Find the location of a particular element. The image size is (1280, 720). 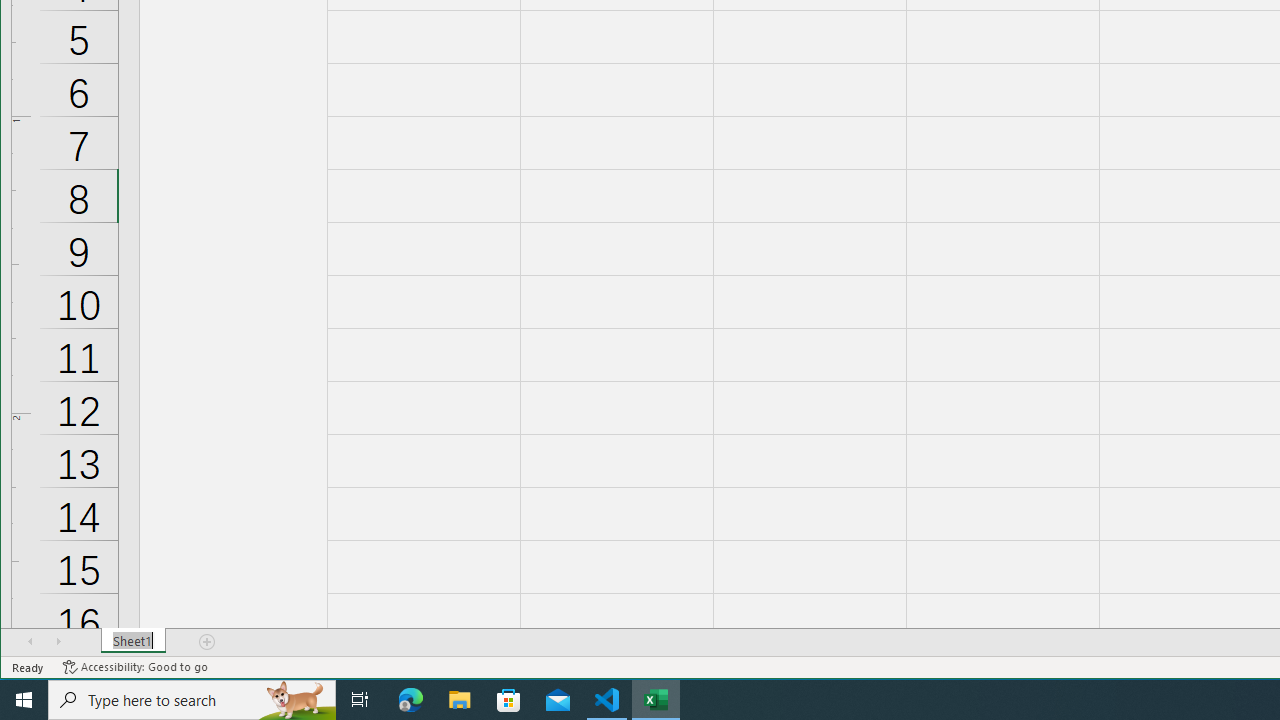

'Microsoft Store' is located at coordinates (509, 698).